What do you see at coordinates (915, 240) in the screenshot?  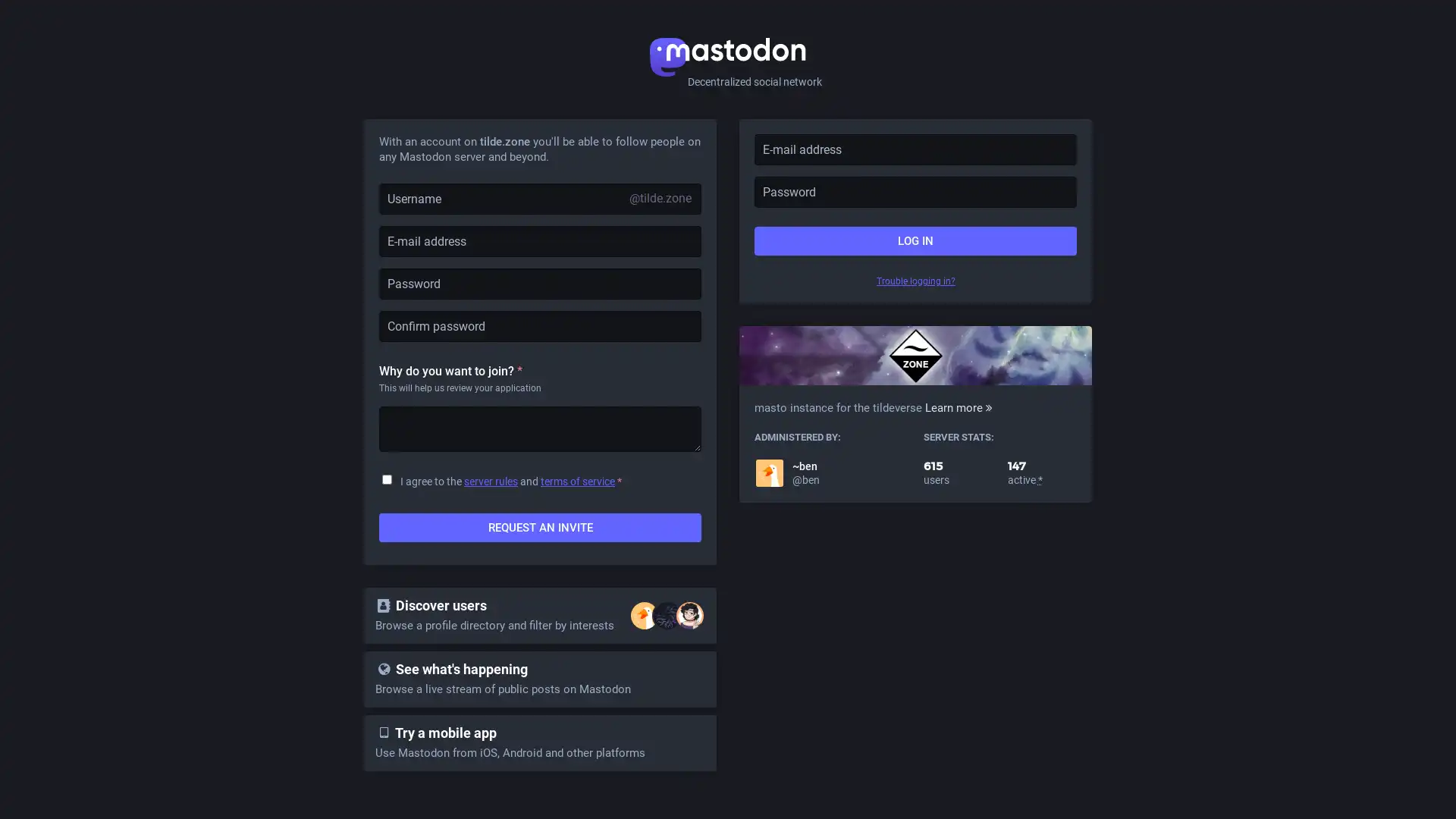 I see `LOG IN` at bounding box center [915, 240].